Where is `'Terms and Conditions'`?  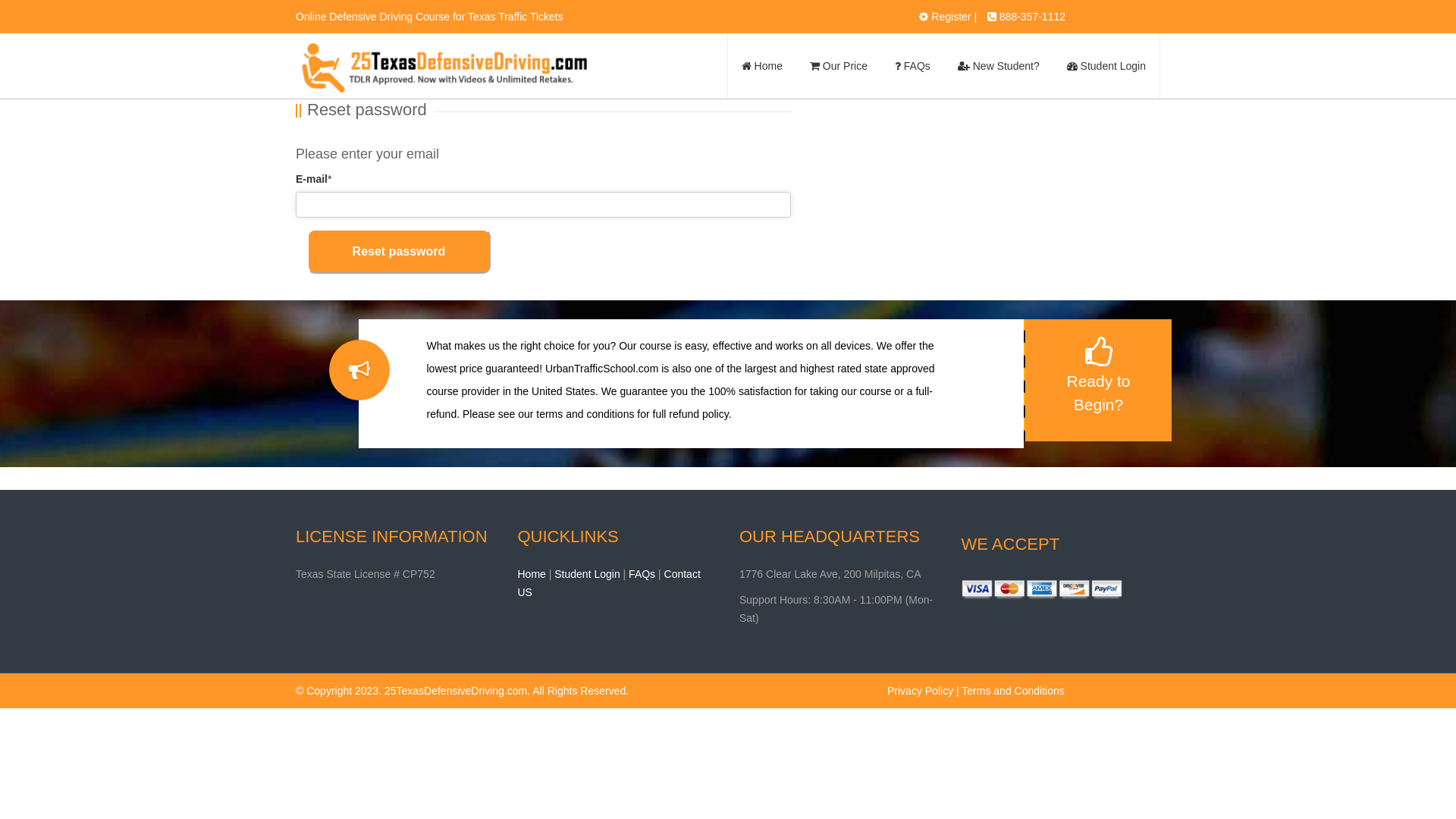
'Terms and Conditions' is located at coordinates (960, 690).